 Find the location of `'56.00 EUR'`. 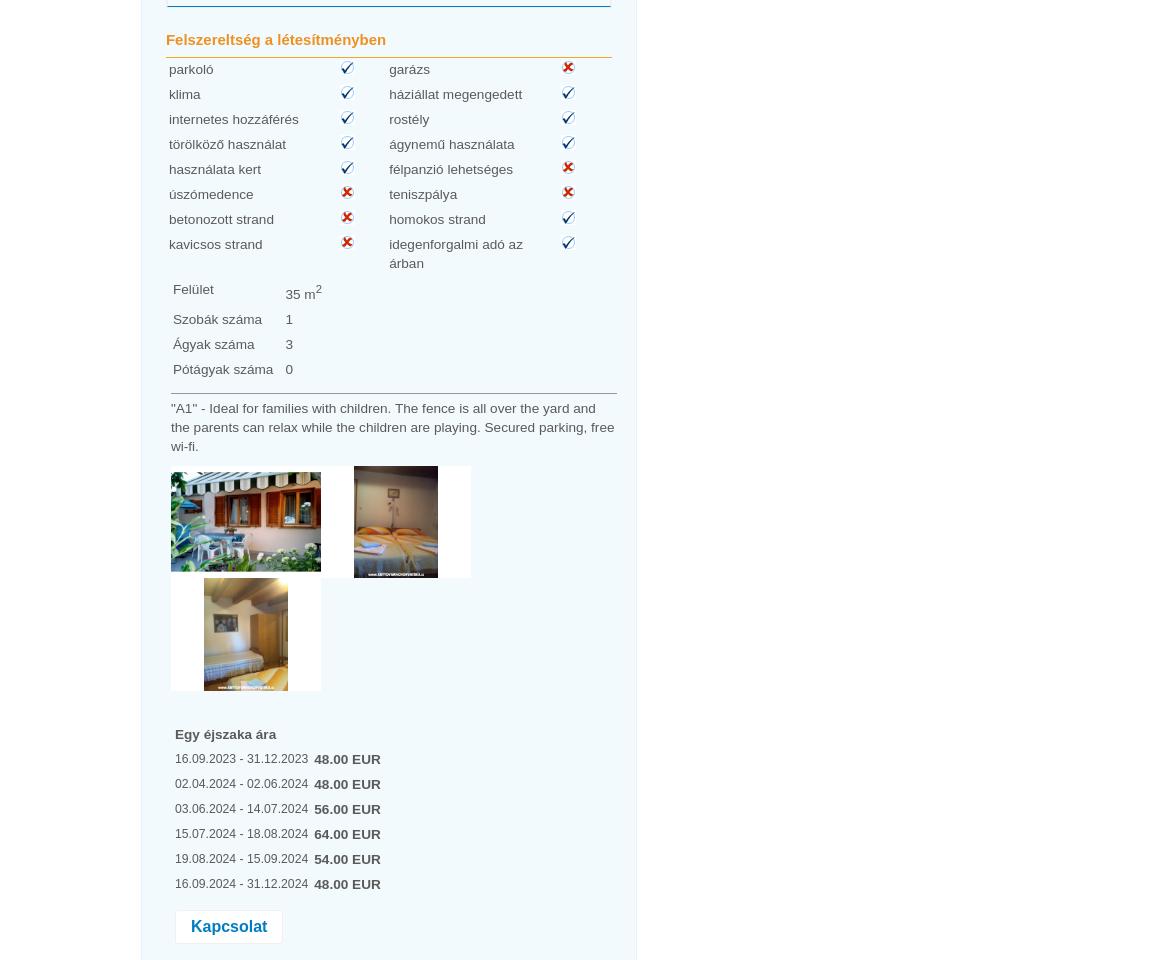

'56.00 EUR' is located at coordinates (346, 808).